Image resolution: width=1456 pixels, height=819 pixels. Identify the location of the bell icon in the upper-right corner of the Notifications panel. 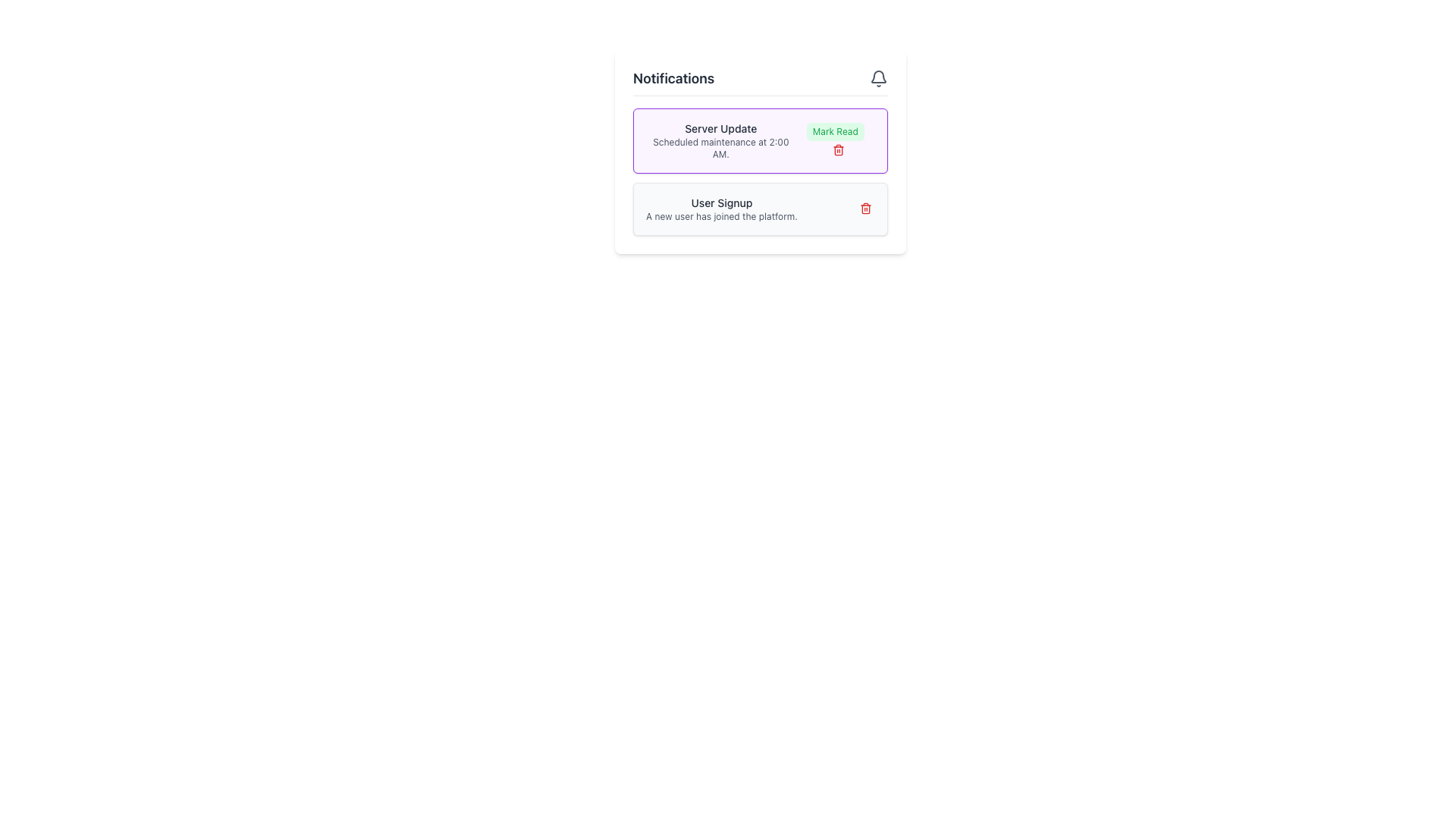
(878, 79).